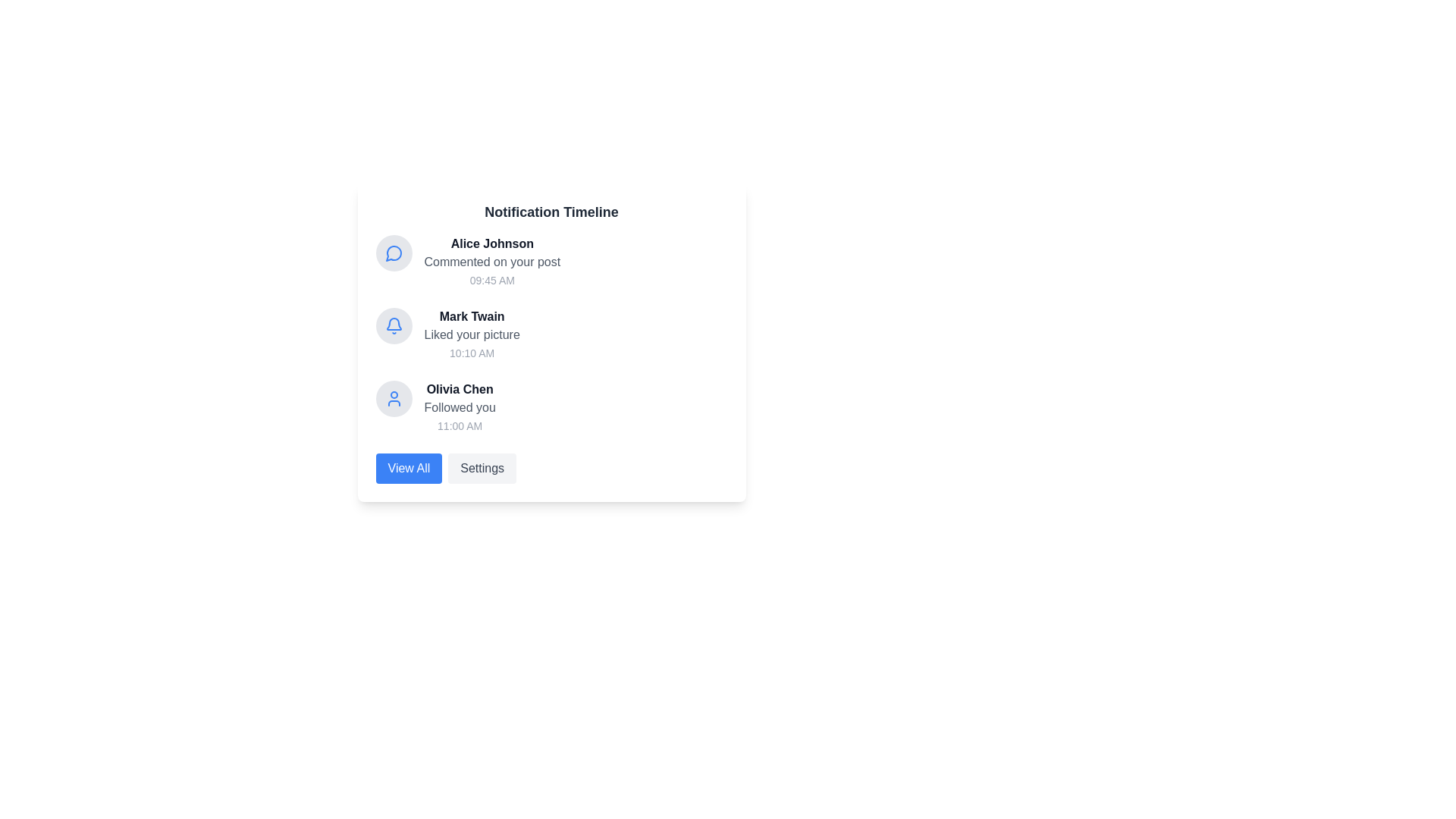  What do you see at coordinates (492, 281) in the screenshot?
I see `timestamp displayed in the gray text label showing '09:45 AM', which is located at the bottom of the notification item for 'Alice Johnson'` at bounding box center [492, 281].